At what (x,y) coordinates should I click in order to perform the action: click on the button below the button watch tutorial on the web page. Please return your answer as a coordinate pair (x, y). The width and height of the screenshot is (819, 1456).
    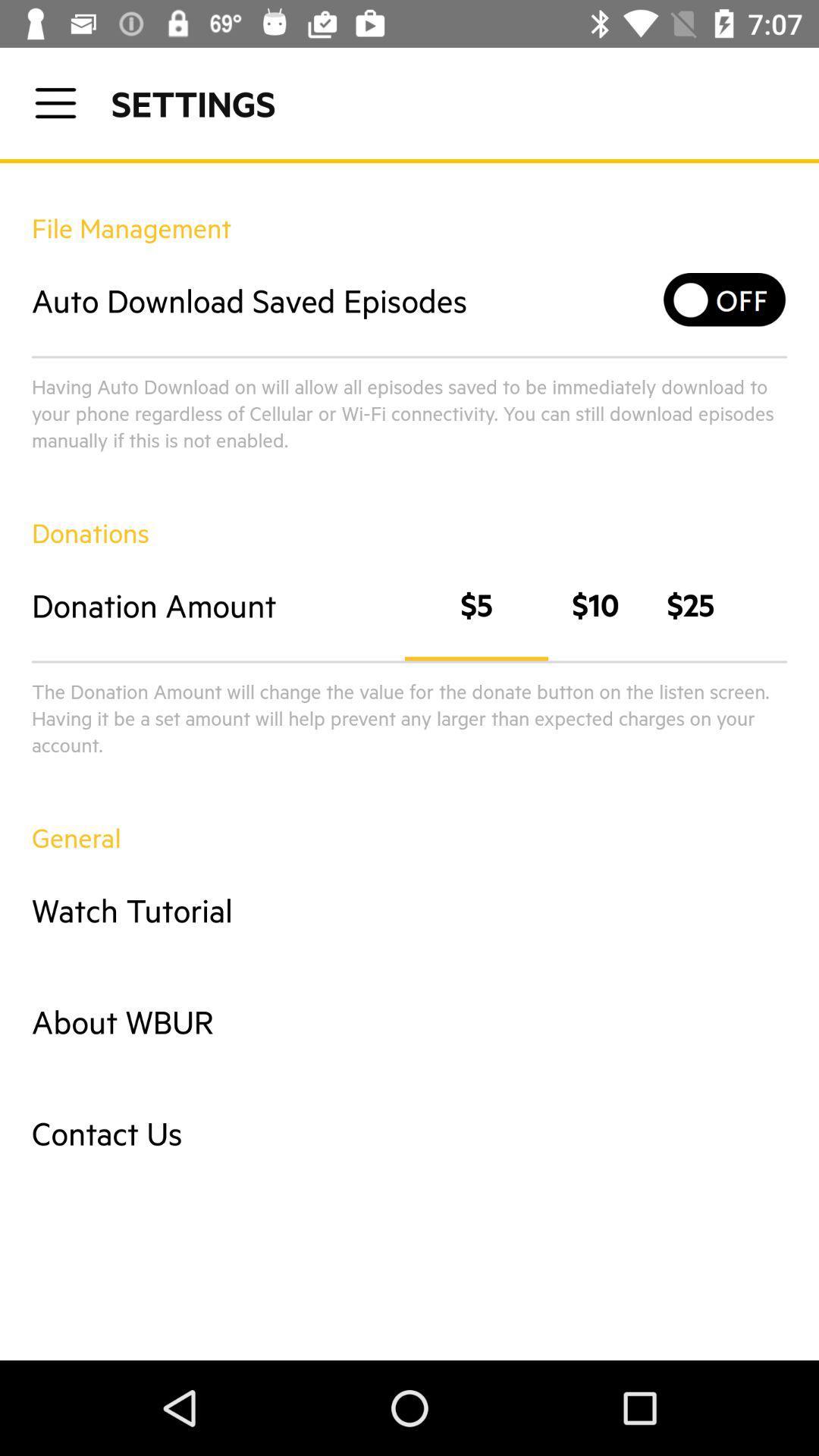
    Looking at the image, I should click on (409, 1021).